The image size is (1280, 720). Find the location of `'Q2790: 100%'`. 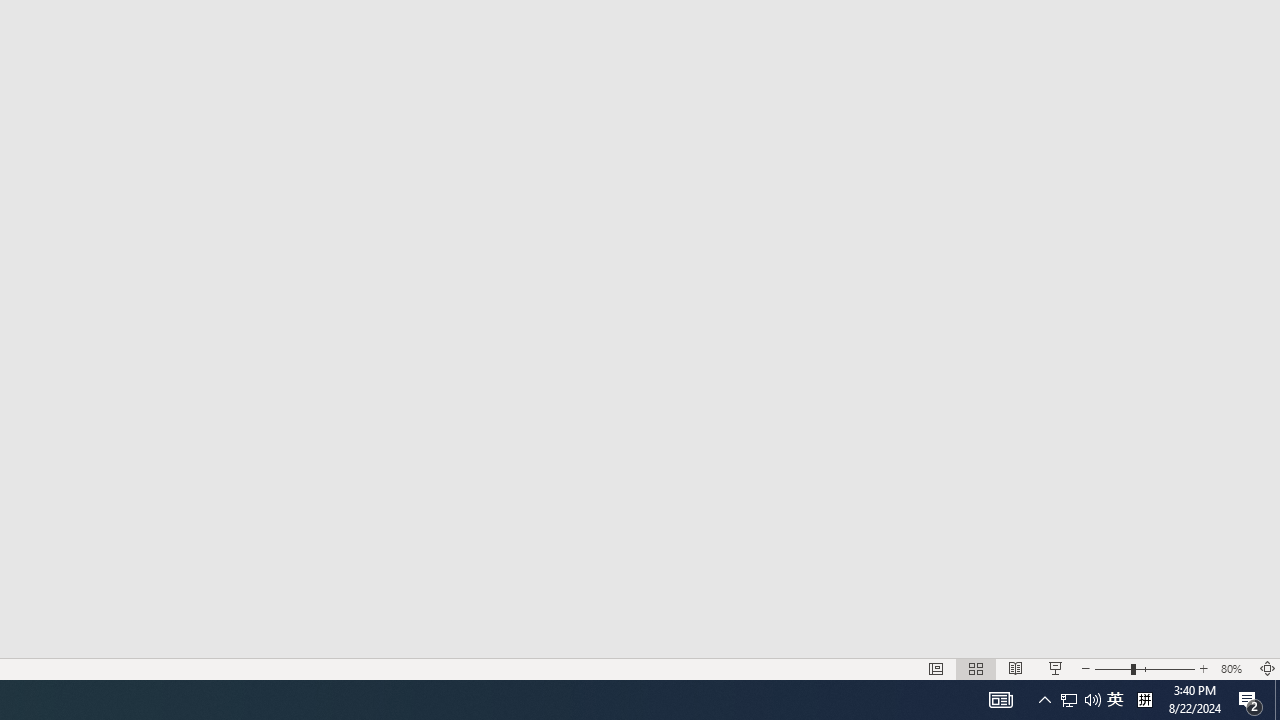

'Q2790: 100%' is located at coordinates (1079, 698).